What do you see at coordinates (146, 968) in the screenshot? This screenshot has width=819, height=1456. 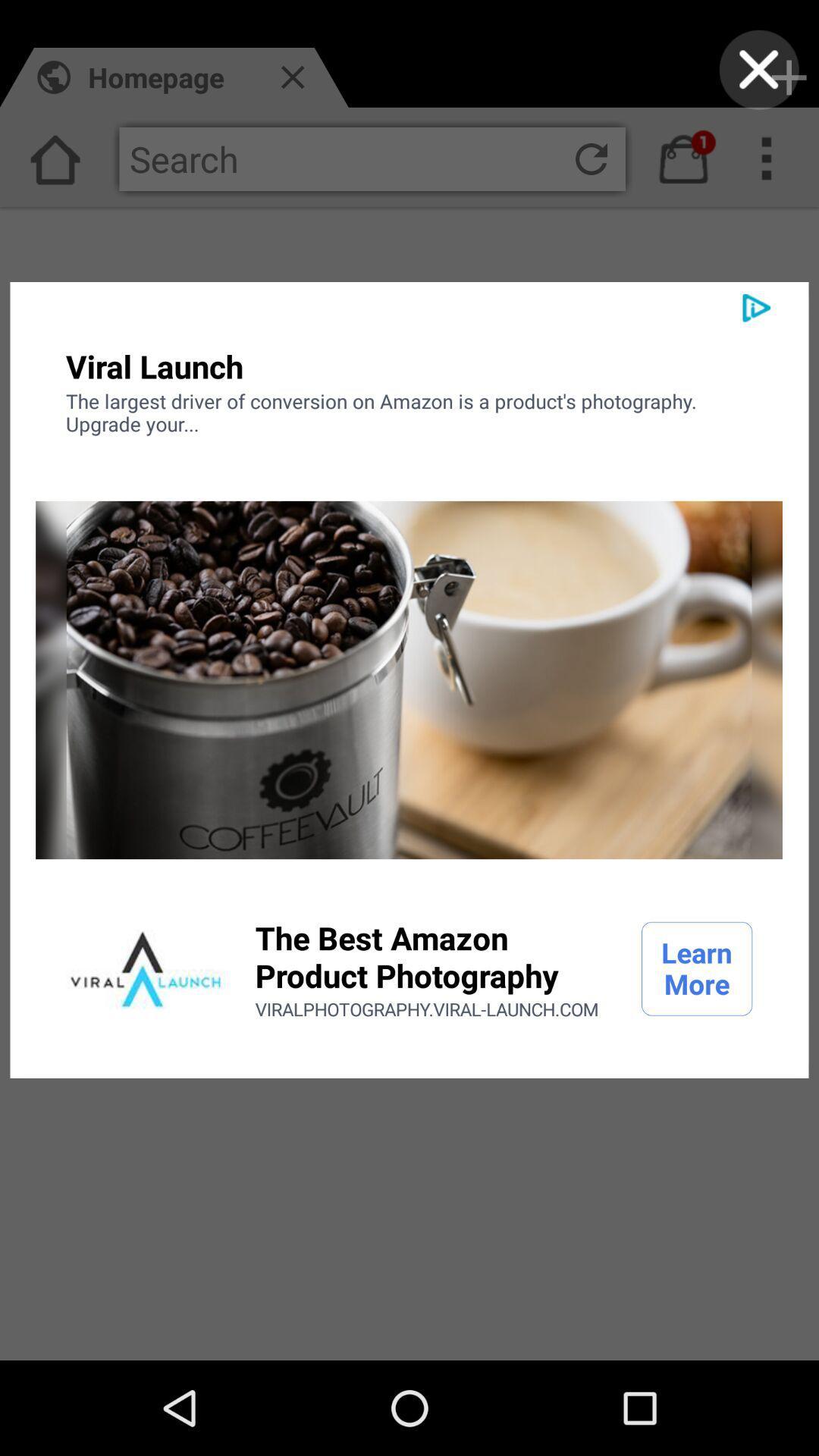 I see `more information on viral launch` at bounding box center [146, 968].